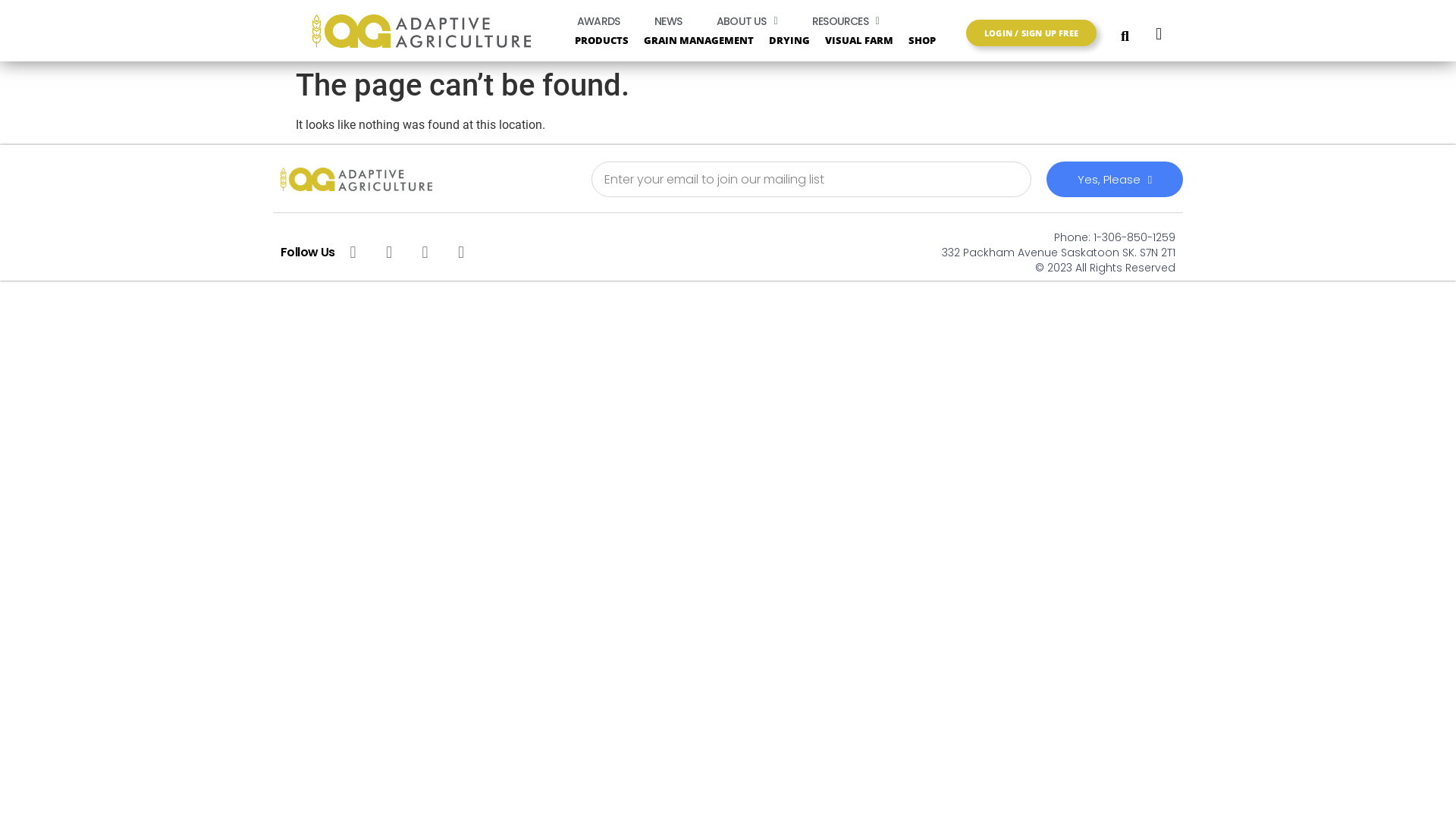 The image size is (1456, 819). Describe the element at coordinates (597, 20) in the screenshot. I see `'AWARDS'` at that location.